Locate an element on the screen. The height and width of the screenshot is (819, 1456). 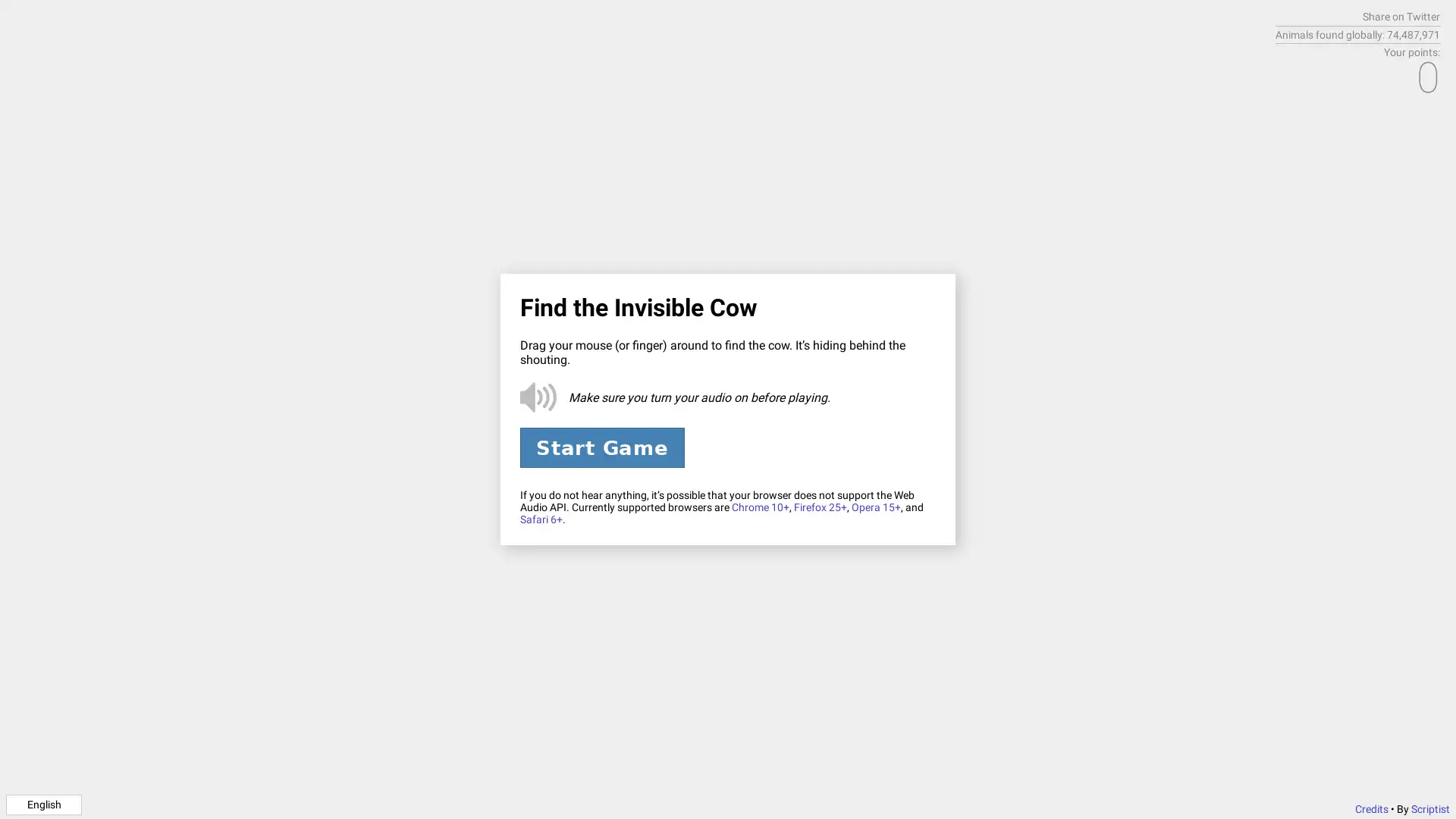
Start Game is located at coordinates (601, 447).